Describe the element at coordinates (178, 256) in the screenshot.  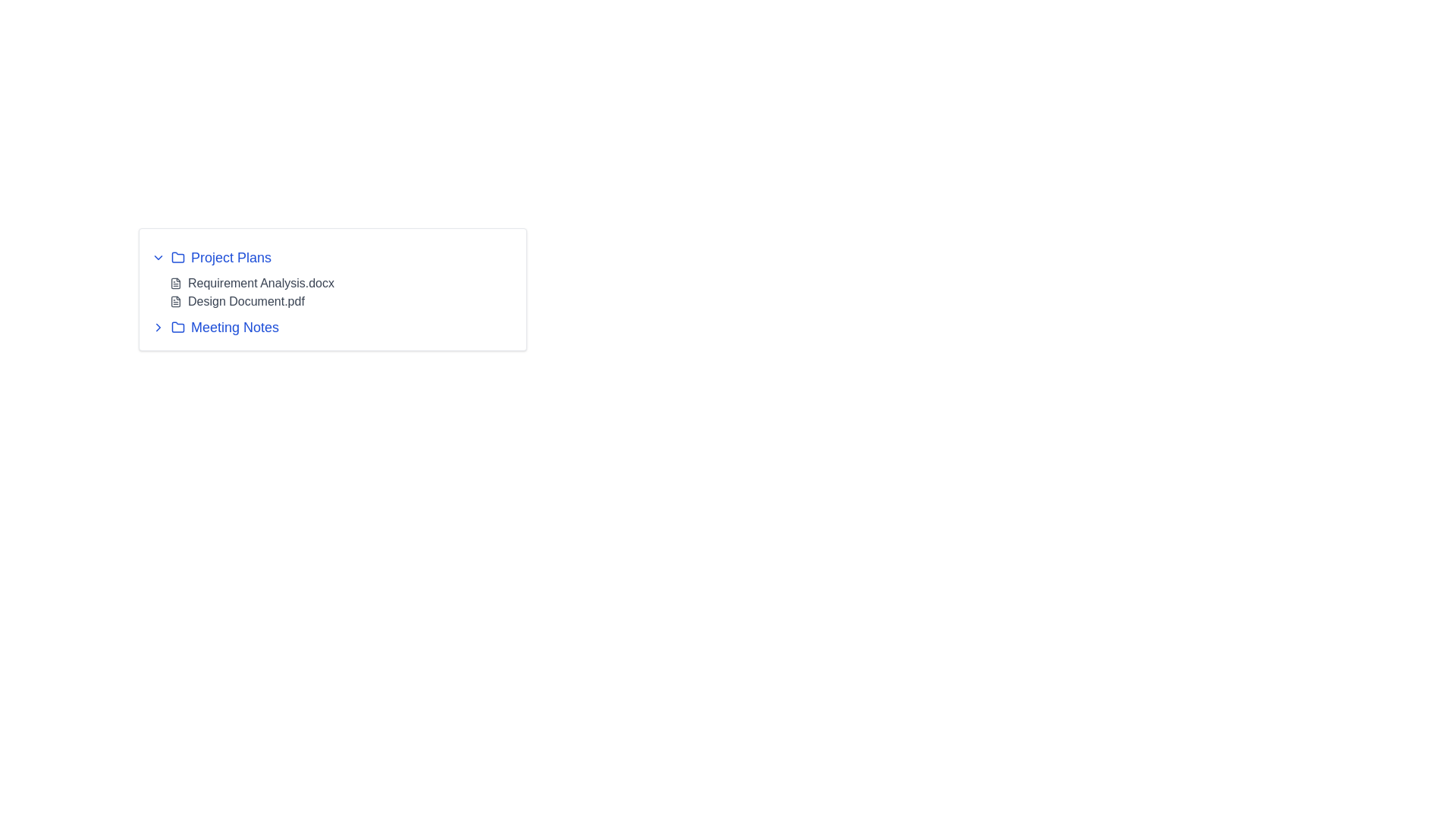
I see `the folder icon located to the left of the text 'Project Plans' and to the right of the small downward arrow icon` at that location.